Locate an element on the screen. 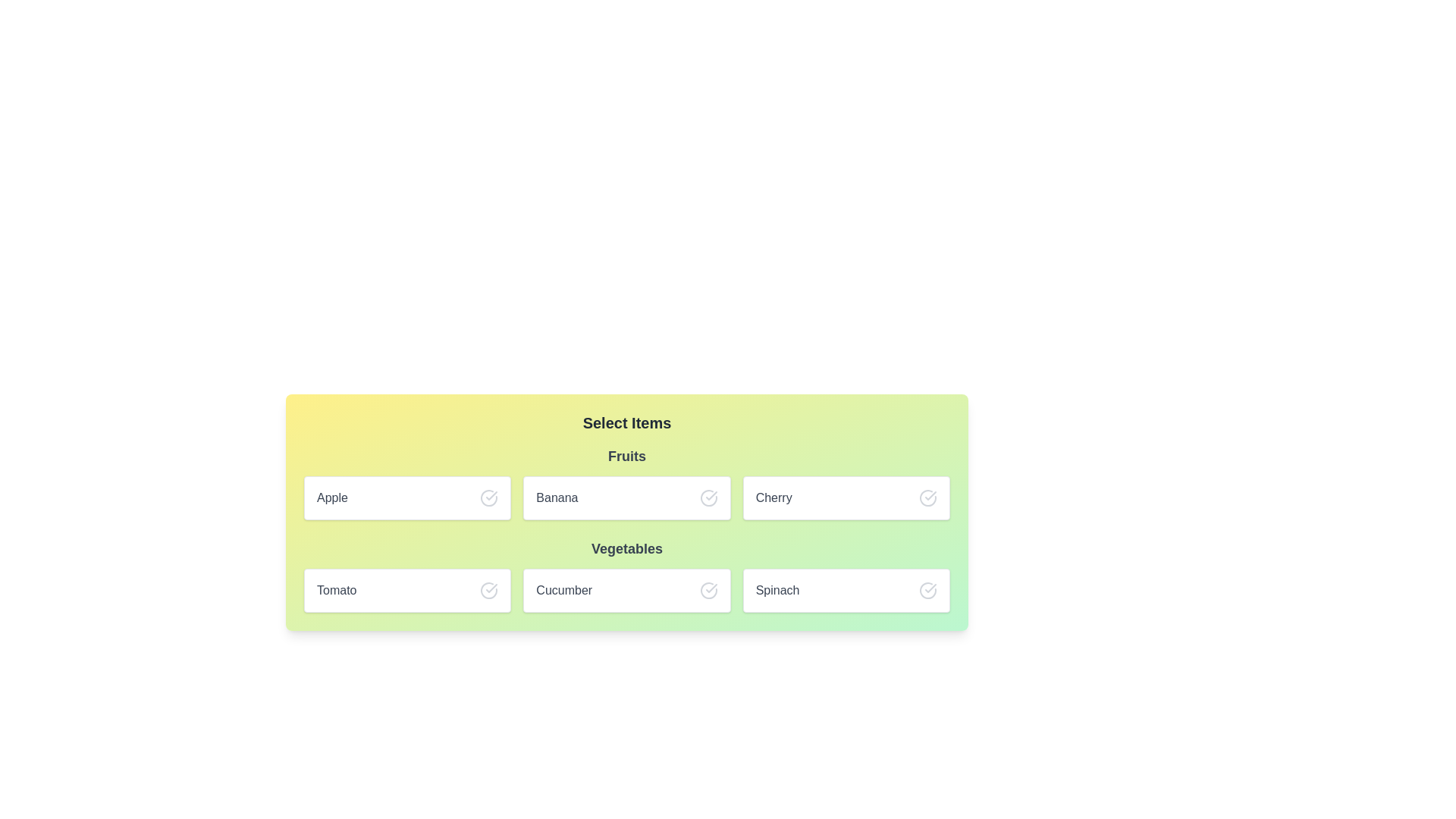 This screenshot has width=1456, height=819. the checkmark SVG icon indicating confirmation located to the right of the 'Spinach' text label in the 'Vegetables' section of the form is located at coordinates (930, 587).